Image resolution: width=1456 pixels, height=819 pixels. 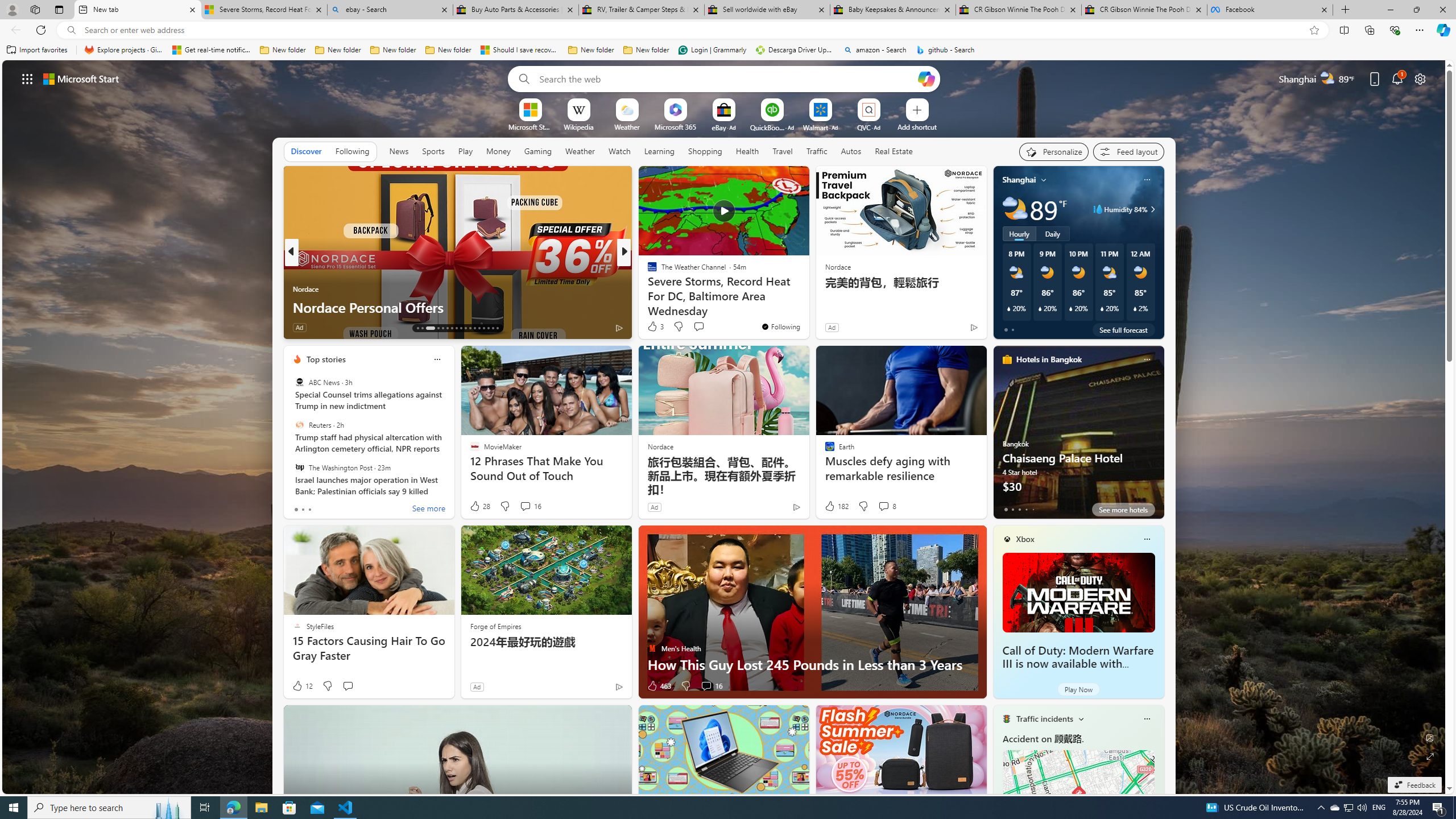 What do you see at coordinates (647, 270) in the screenshot?
I see `'Body Network'` at bounding box center [647, 270].